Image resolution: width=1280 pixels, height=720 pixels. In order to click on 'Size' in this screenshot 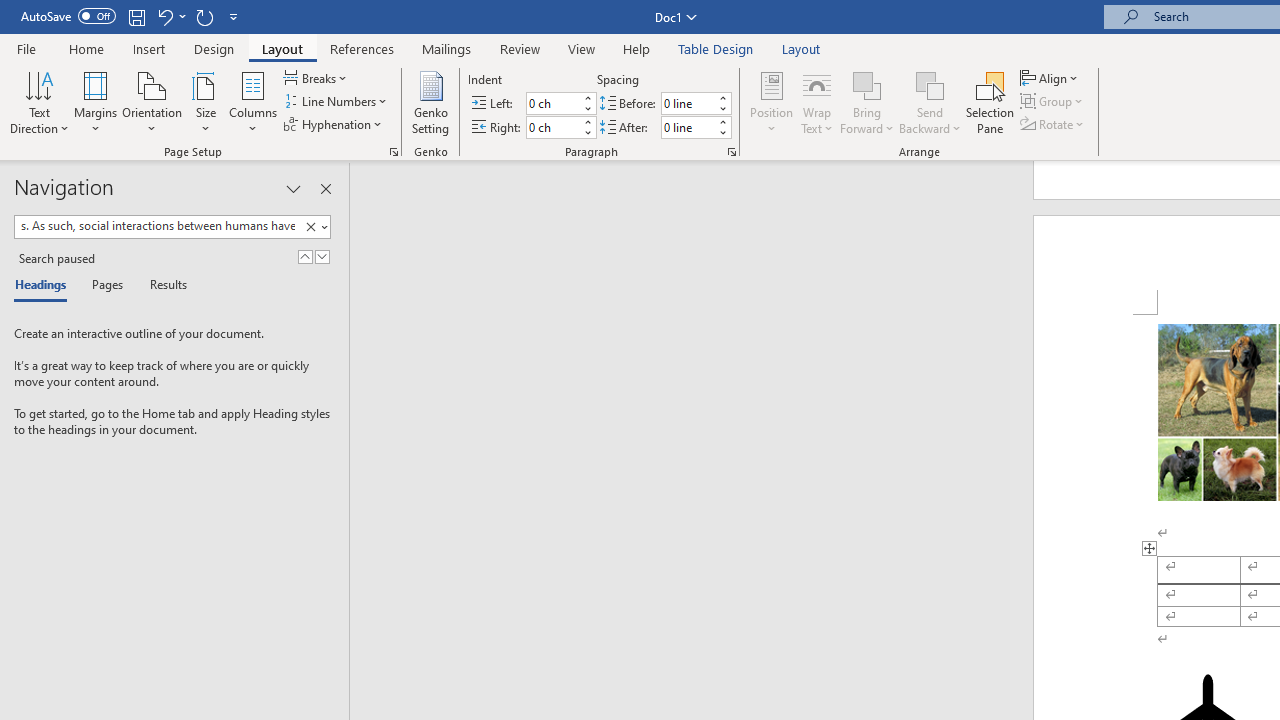, I will do `click(206, 103)`.